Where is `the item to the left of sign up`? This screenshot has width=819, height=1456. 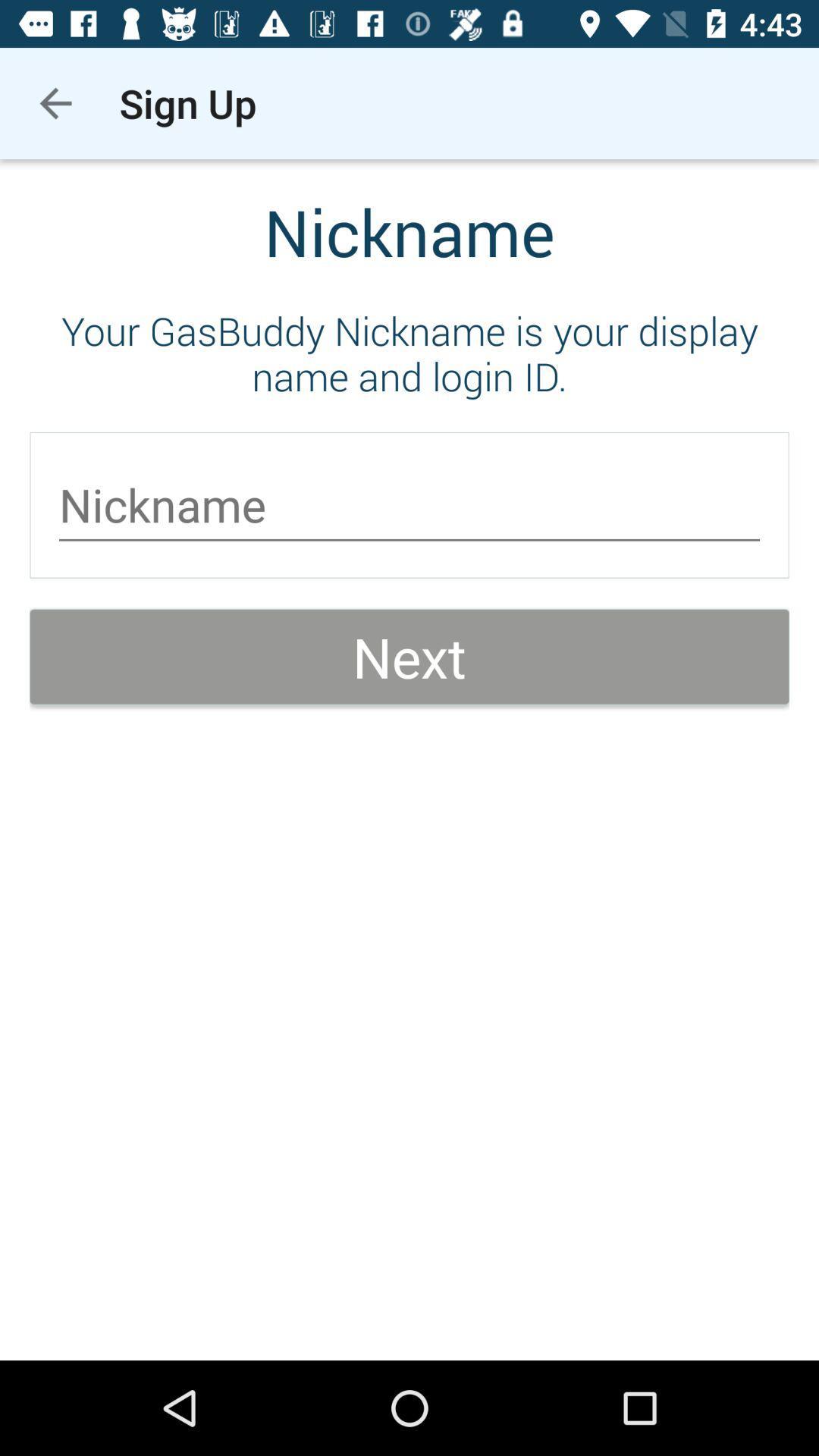
the item to the left of sign up is located at coordinates (55, 102).